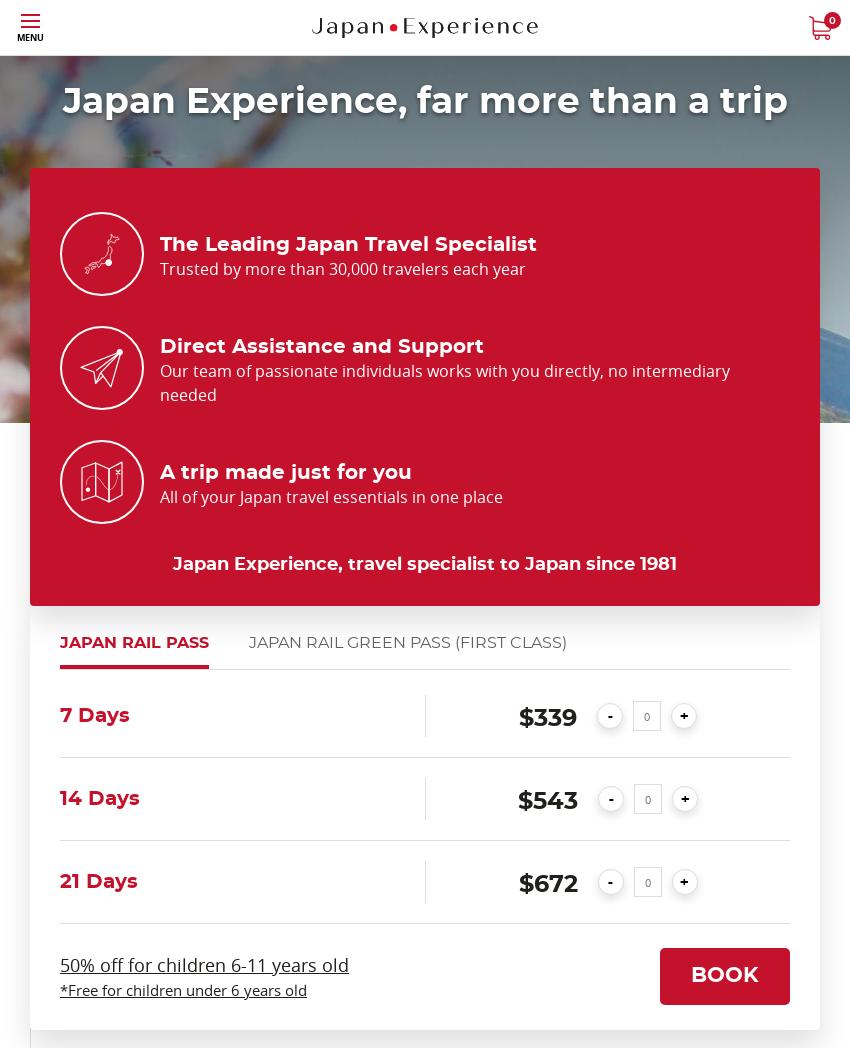 The image size is (850, 1048). I want to click on '$543', so click(546, 801).